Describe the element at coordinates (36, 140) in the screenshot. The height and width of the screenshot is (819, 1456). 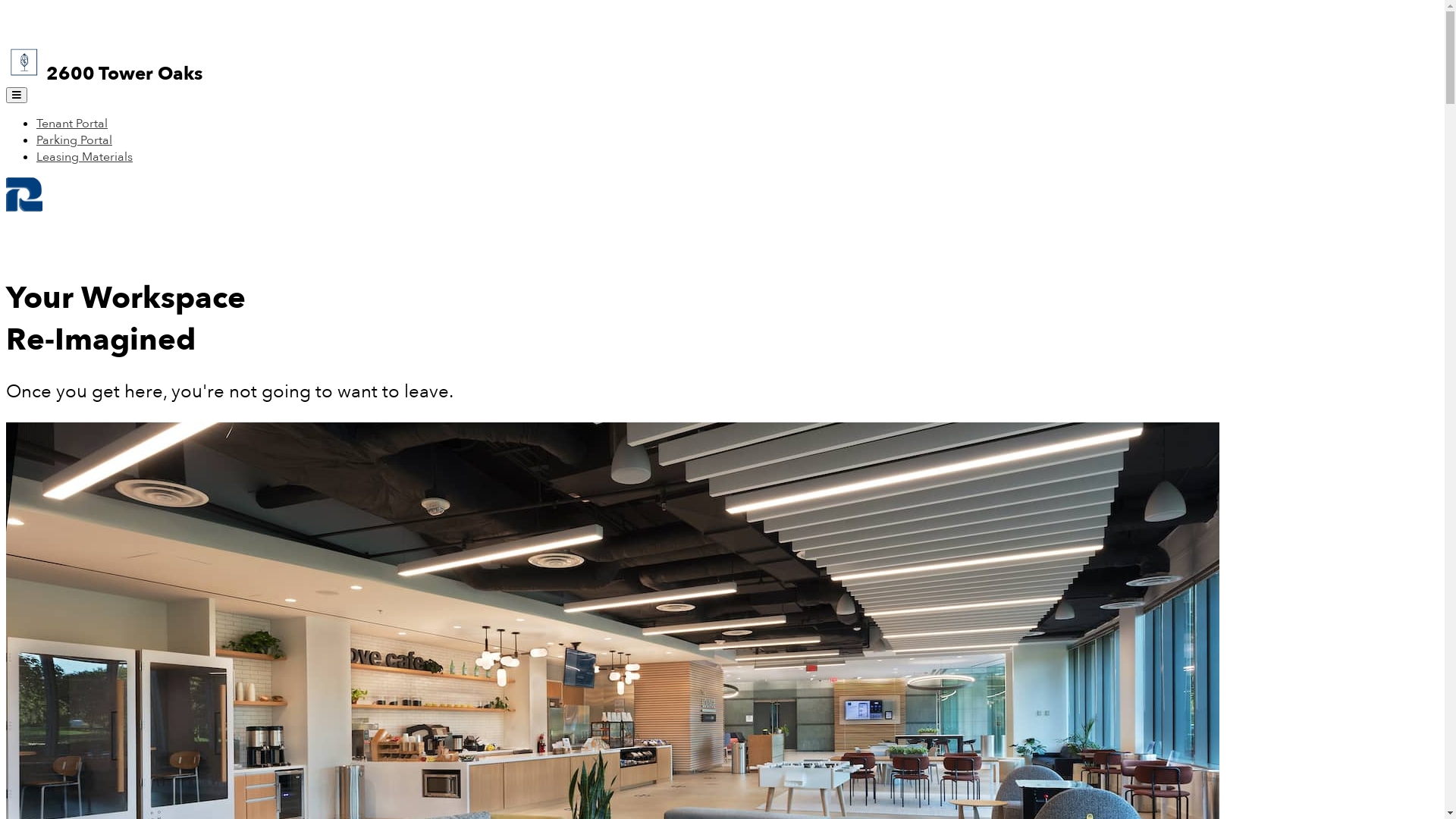
I see `'Parking Portal'` at that location.